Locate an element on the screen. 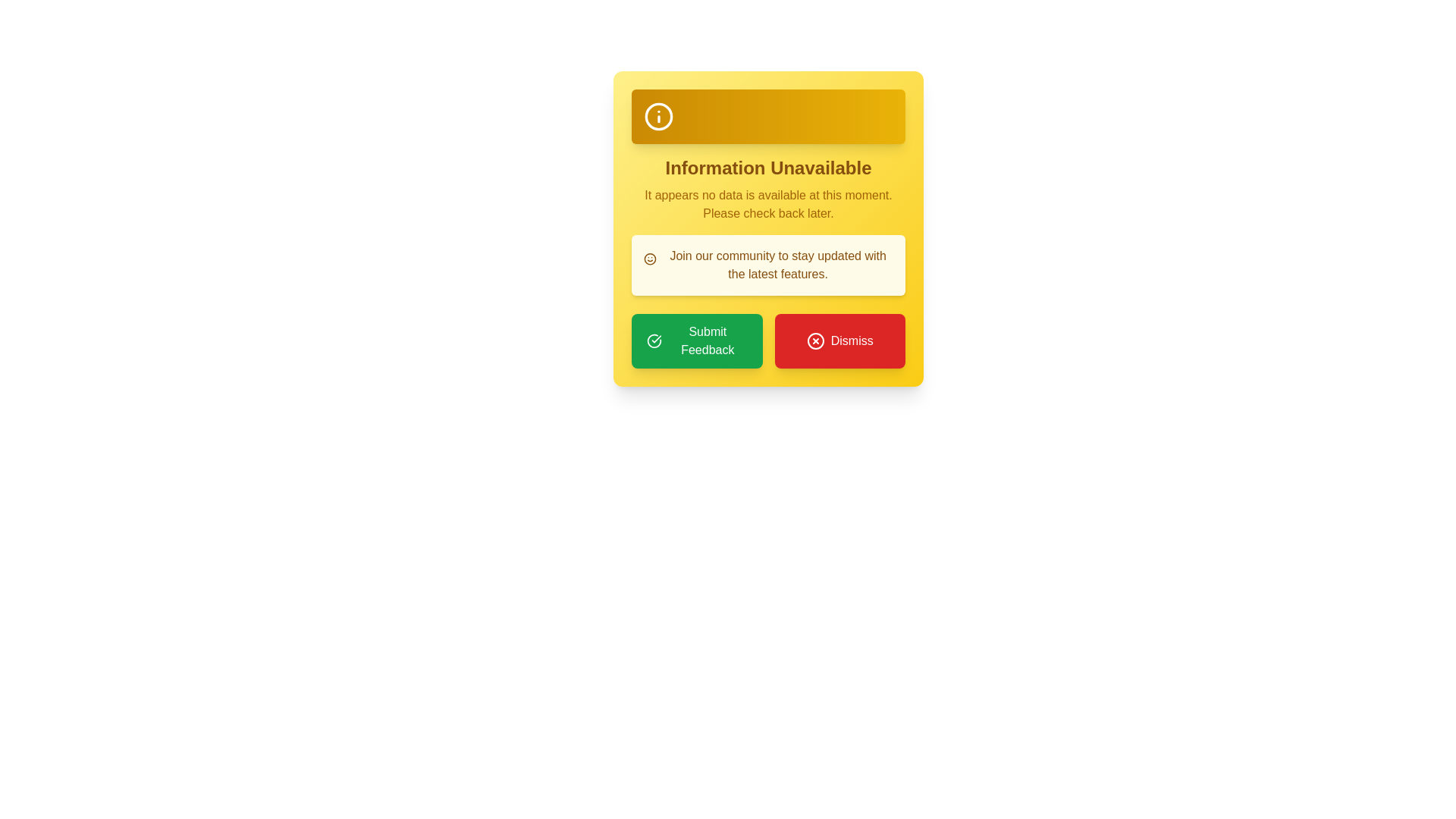  the circular icon with a green background and white checkmark, which is part of the 'Submit Feedback' button located in the bottom left corner of a dialog box is located at coordinates (654, 341).